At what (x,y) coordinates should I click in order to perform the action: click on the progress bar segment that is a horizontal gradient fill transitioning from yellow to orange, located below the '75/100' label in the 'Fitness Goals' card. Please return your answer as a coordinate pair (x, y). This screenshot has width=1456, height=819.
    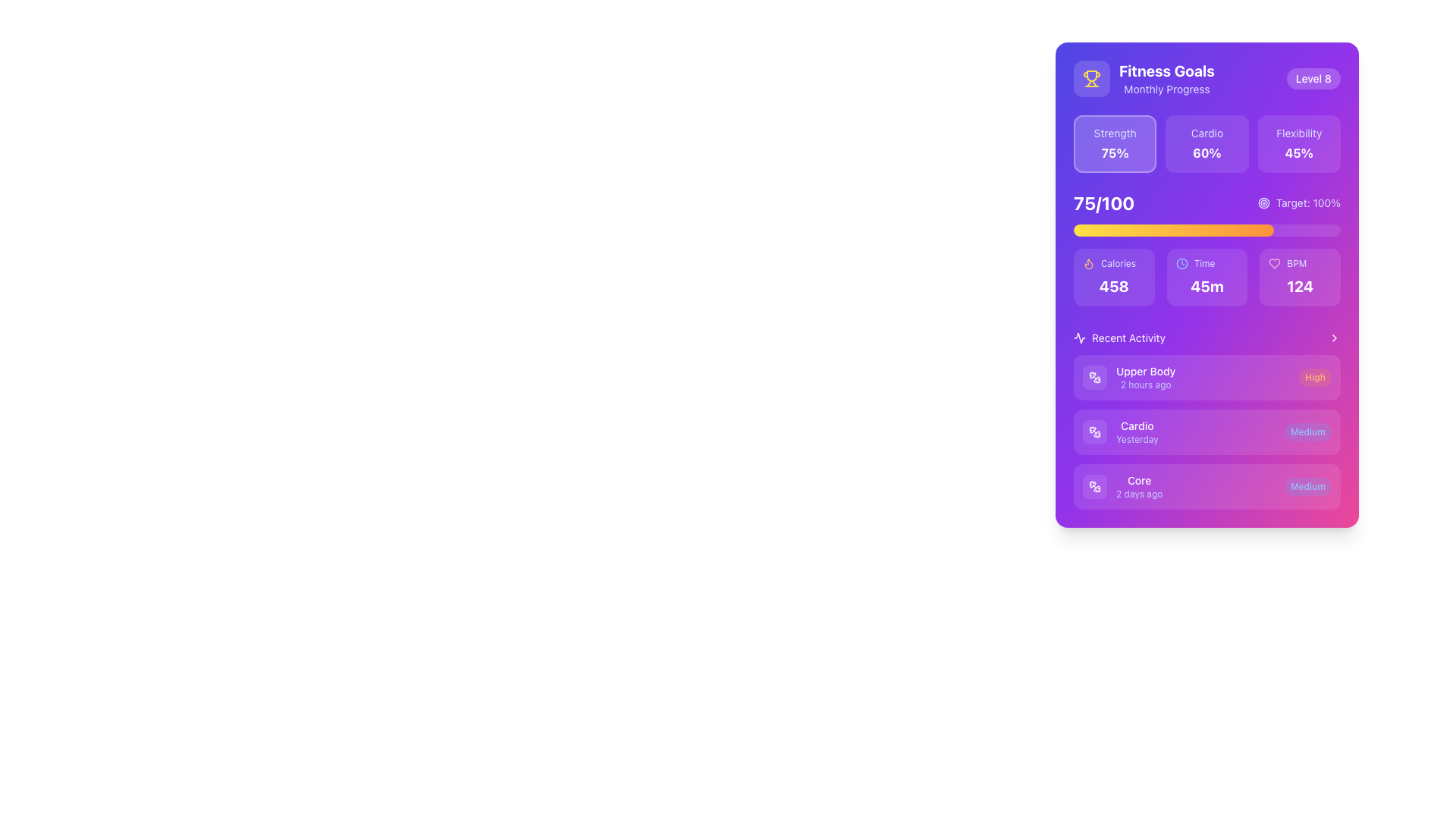
    Looking at the image, I should click on (1173, 231).